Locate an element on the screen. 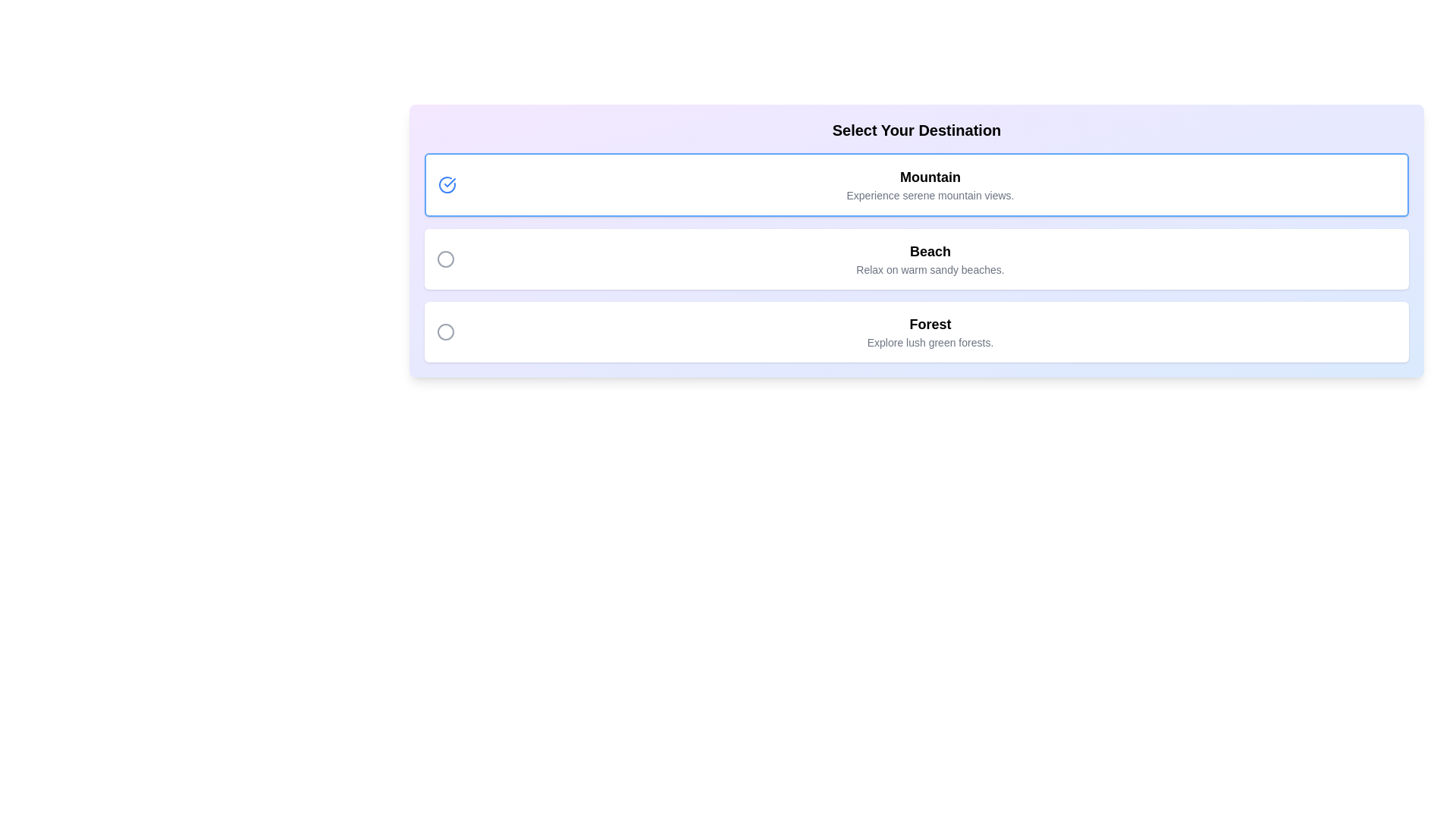  the Text Label displaying 'Explore lush green forests.' which is positioned below the bold title 'Forest' is located at coordinates (930, 342).